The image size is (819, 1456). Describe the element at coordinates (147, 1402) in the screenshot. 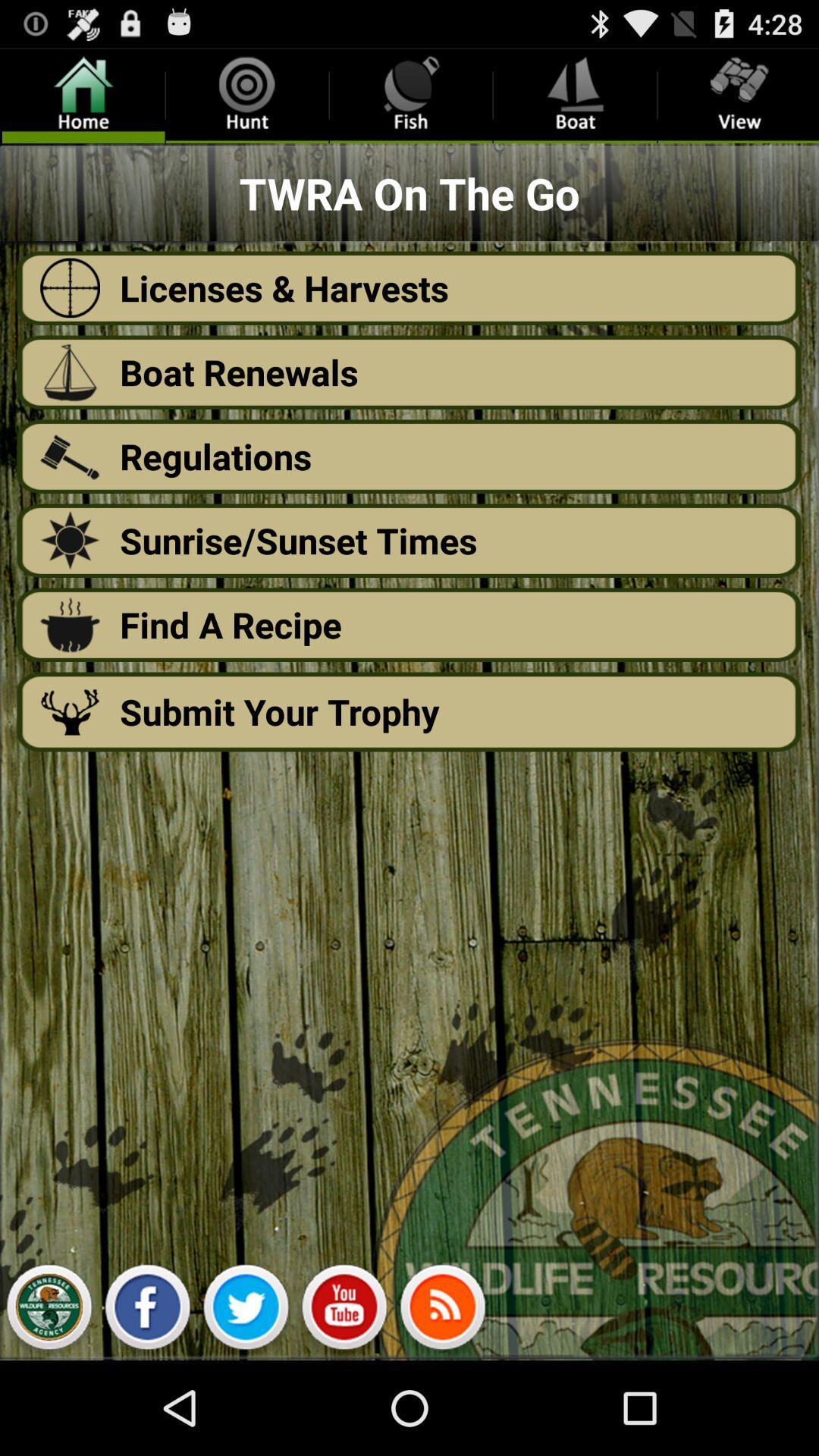

I see `the facebook icon` at that location.